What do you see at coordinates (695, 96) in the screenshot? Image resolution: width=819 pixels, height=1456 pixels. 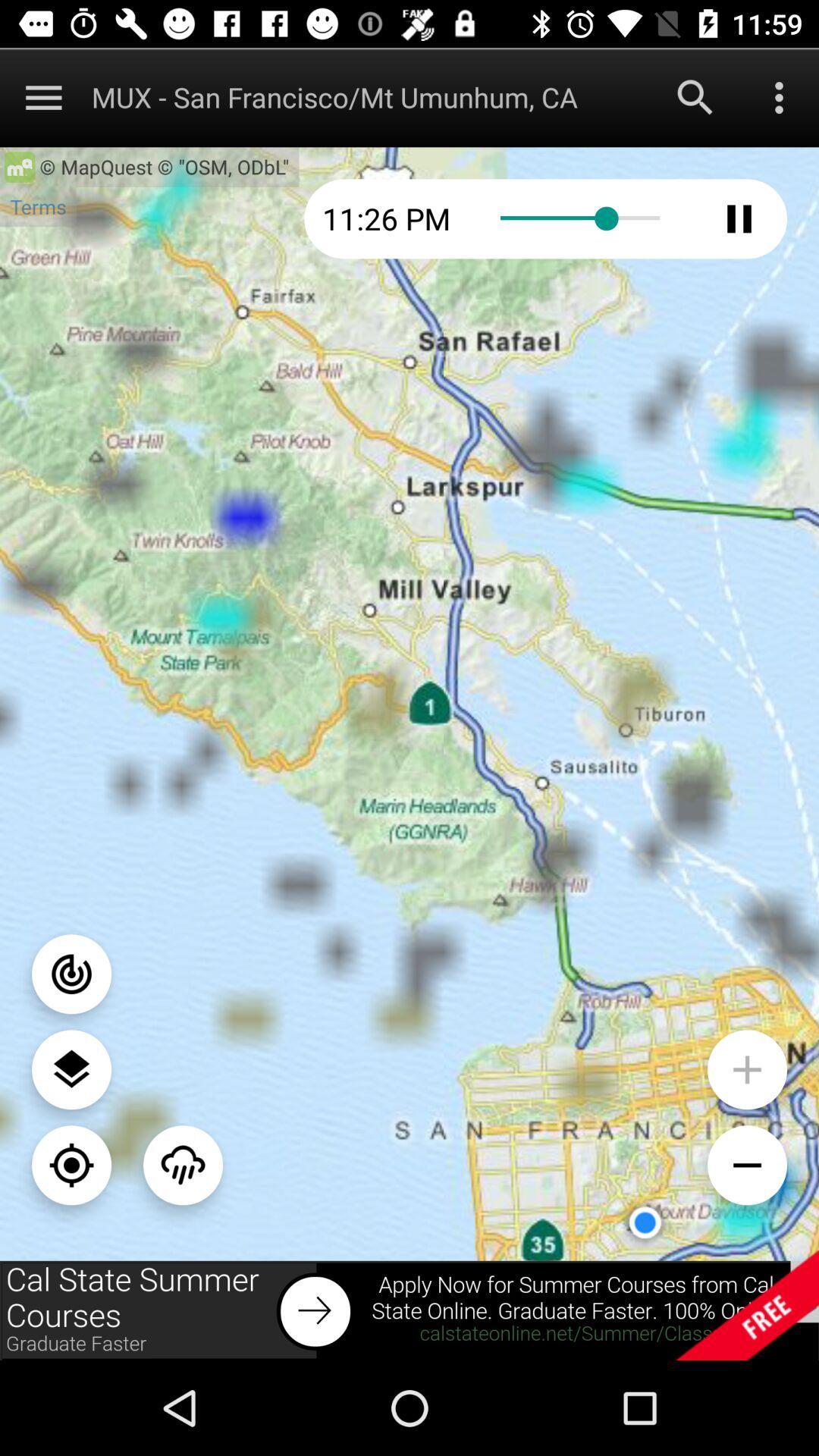 I see `search the location by name` at bounding box center [695, 96].